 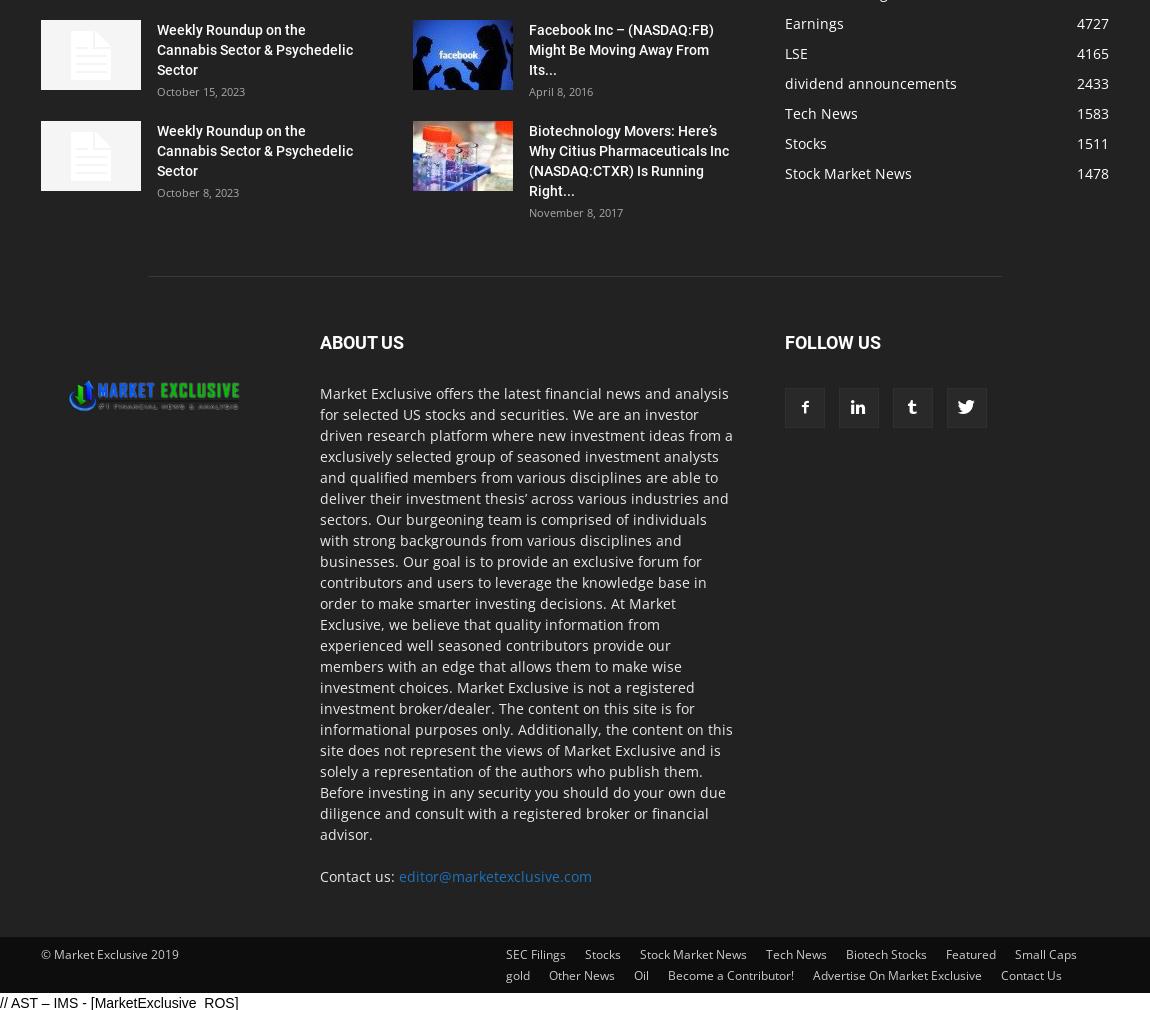 What do you see at coordinates (560, 90) in the screenshot?
I see `'April 8, 2016'` at bounding box center [560, 90].